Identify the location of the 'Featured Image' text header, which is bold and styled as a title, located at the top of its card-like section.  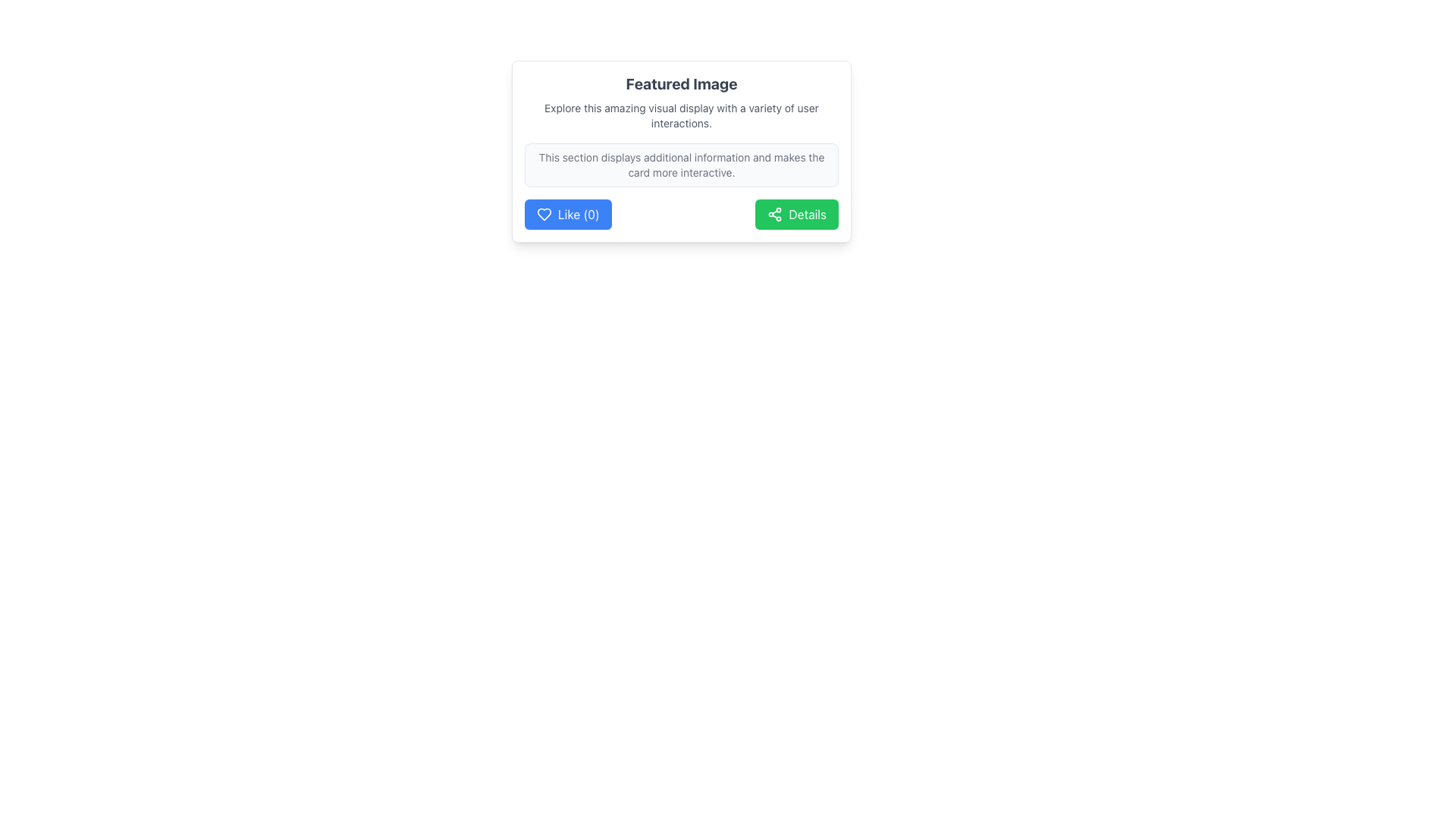
(680, 84).